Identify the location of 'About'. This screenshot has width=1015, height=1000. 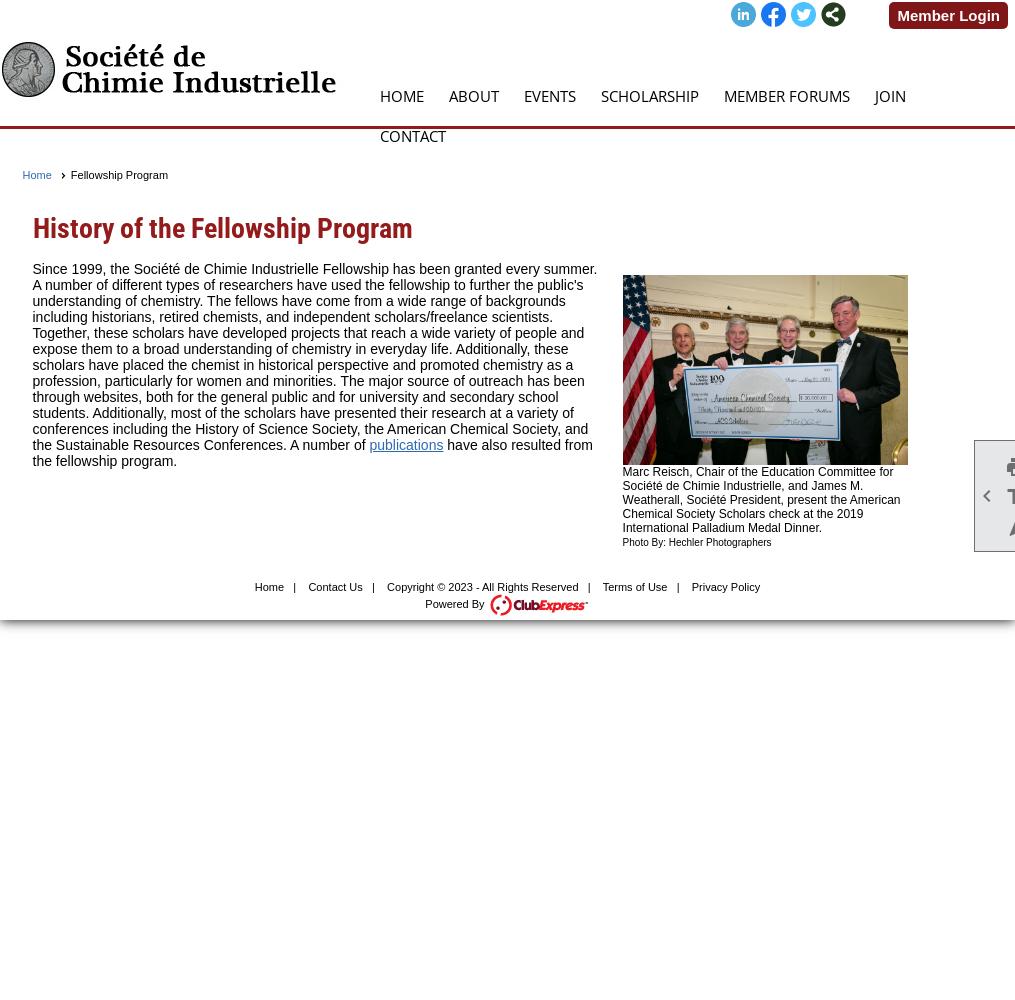
(473, 95).